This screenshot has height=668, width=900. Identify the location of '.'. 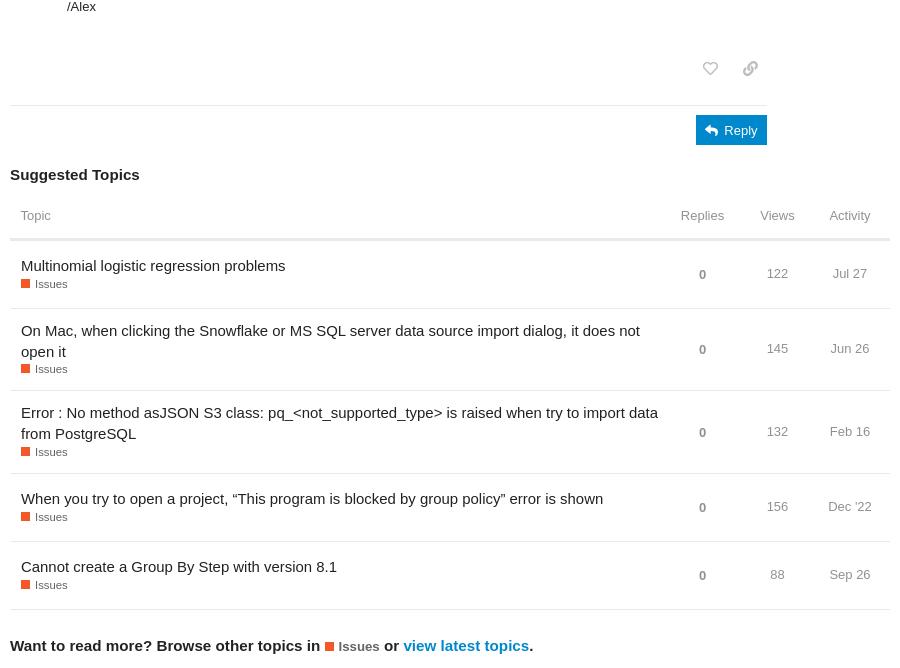
(530, 643).